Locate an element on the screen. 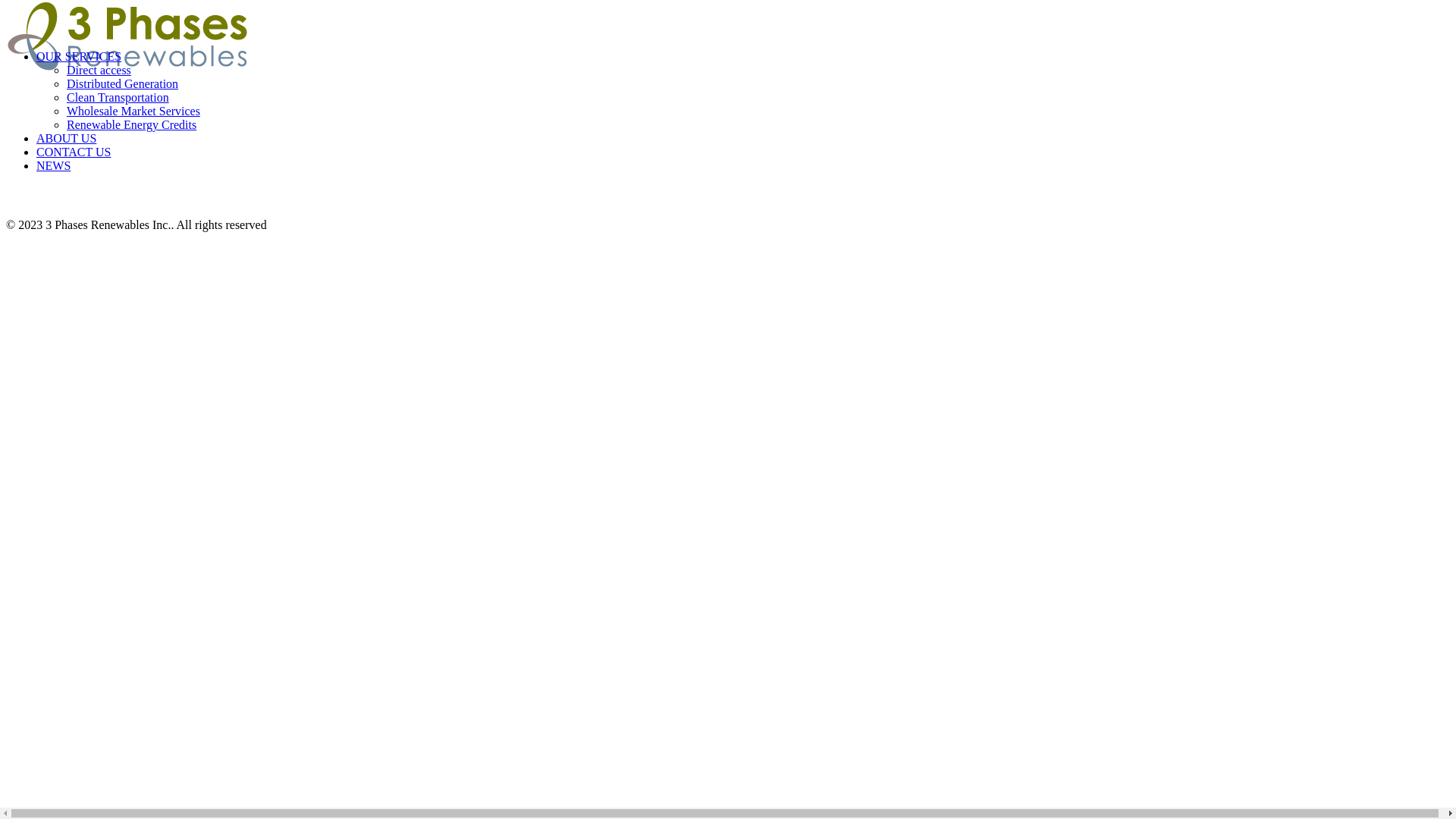 Image resolution: width=1456 pixels, height=819 pixels. 'IN THE NEWS' is located at coordinates (733, 147).